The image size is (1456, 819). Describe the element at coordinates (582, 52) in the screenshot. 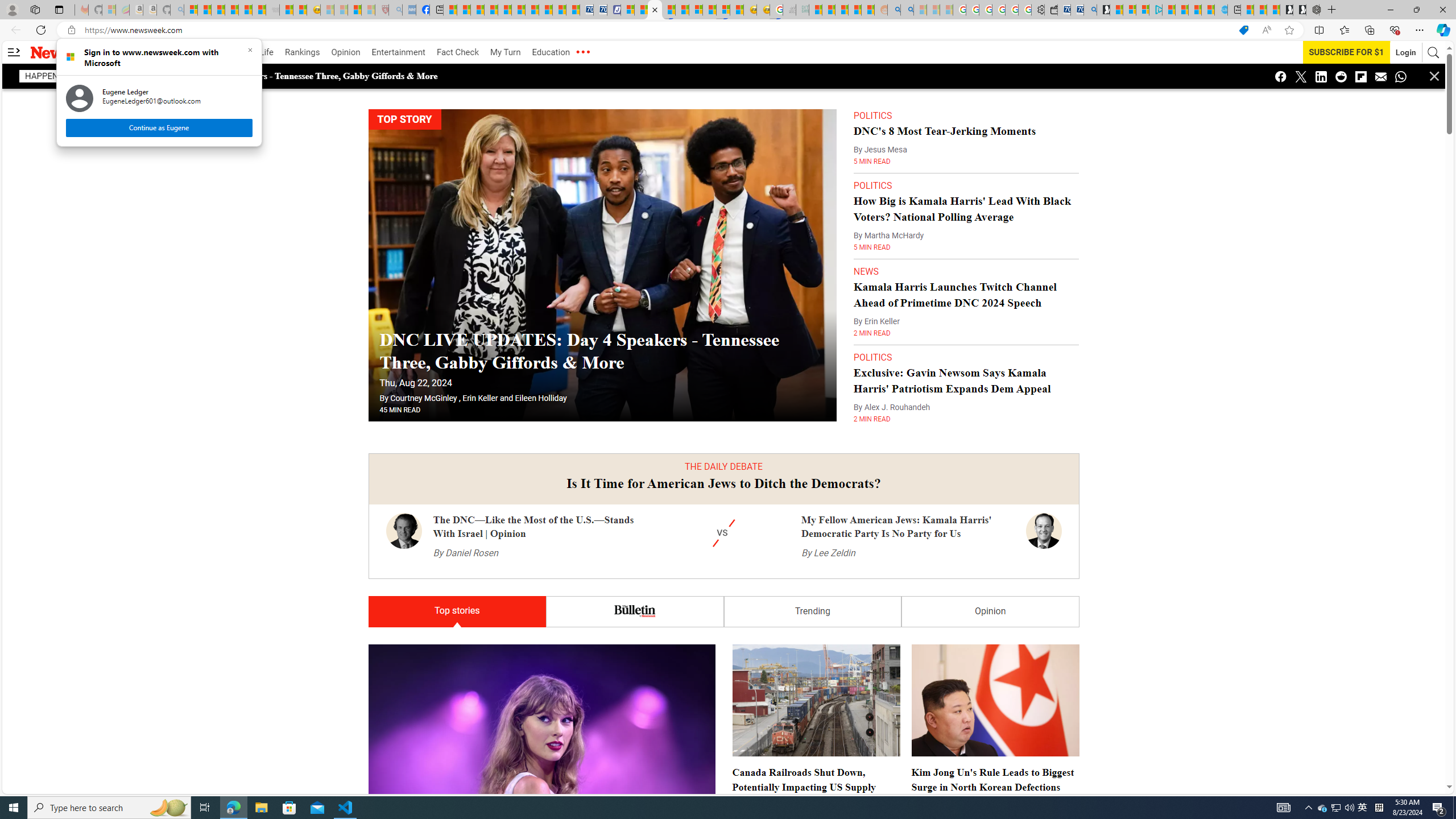

I see `'AutomationID: moreOptions'` at that location.